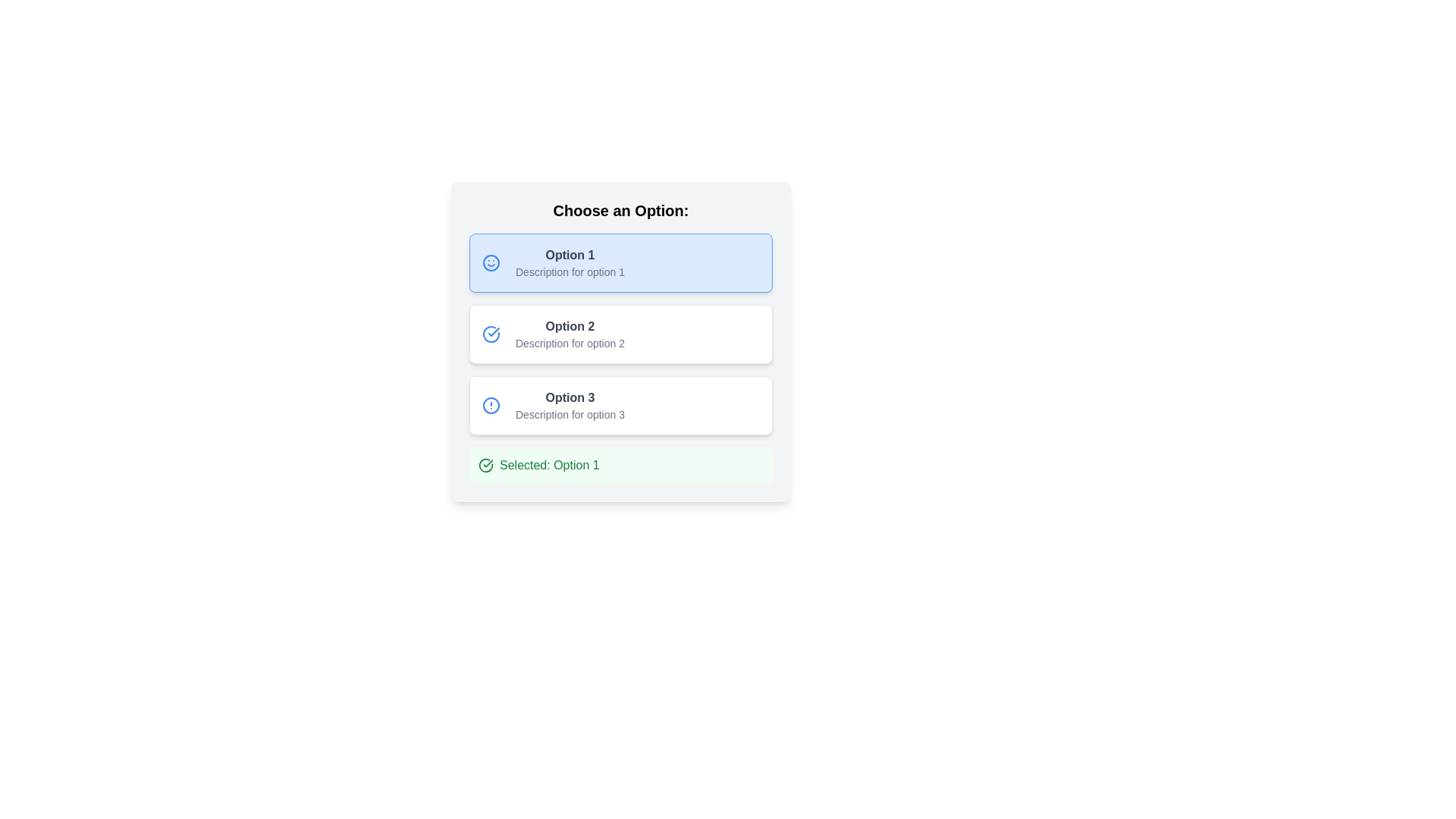 The width and height of the screenshot is (1456, 819). Describe the element at coordinates (491, 262) in the screenshot. I see `the circular vector element that symbolizes happiness, which is part of the SVG icon within the 'Option 1' button` at that location.